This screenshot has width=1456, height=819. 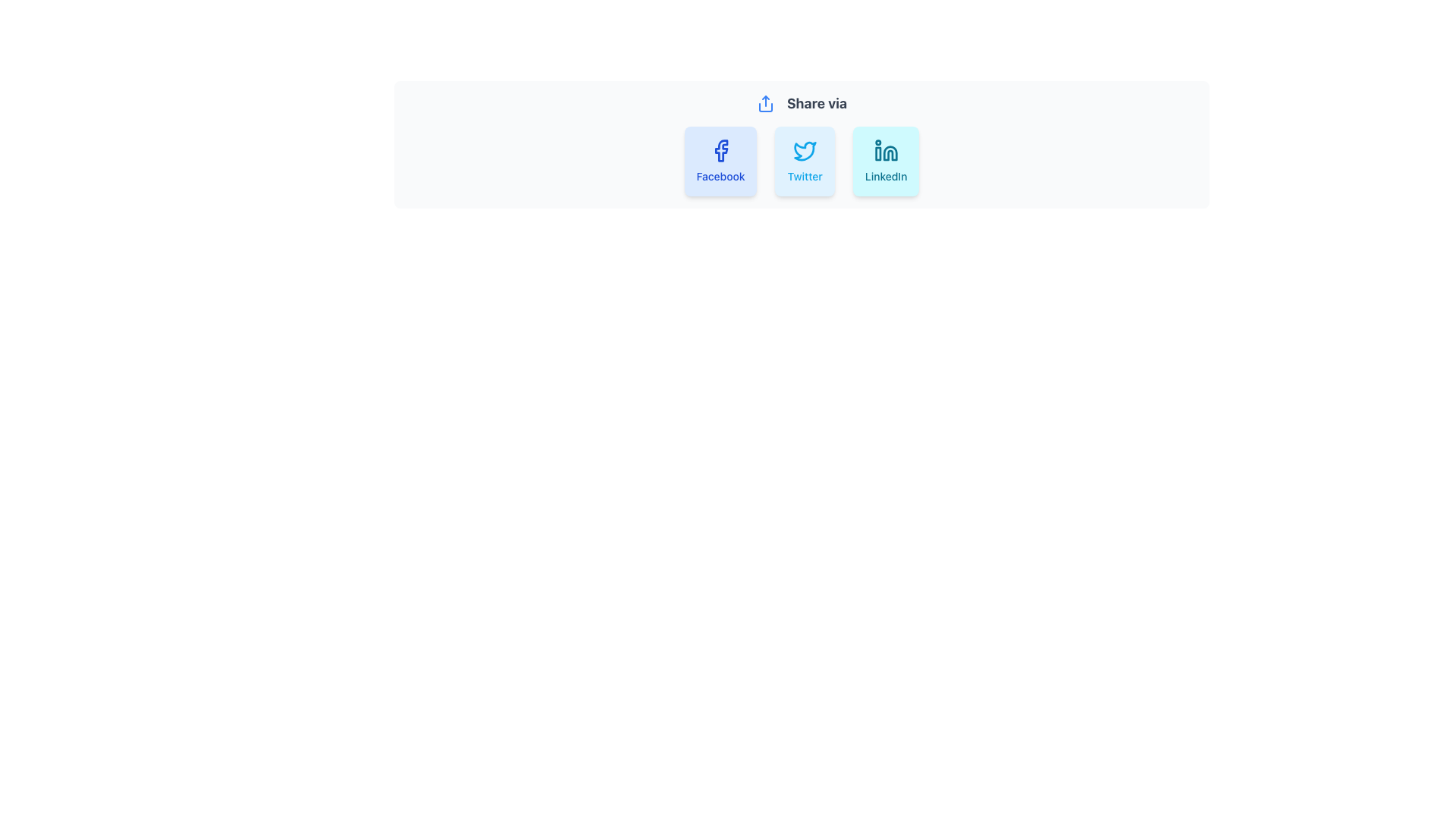 What do you see at coordinates (886, 161) in the screenshot?
I see `the LinkedIn share button, which is the third button in a horizontal group of social media sharing buttons` at bounding box center [886, 161].